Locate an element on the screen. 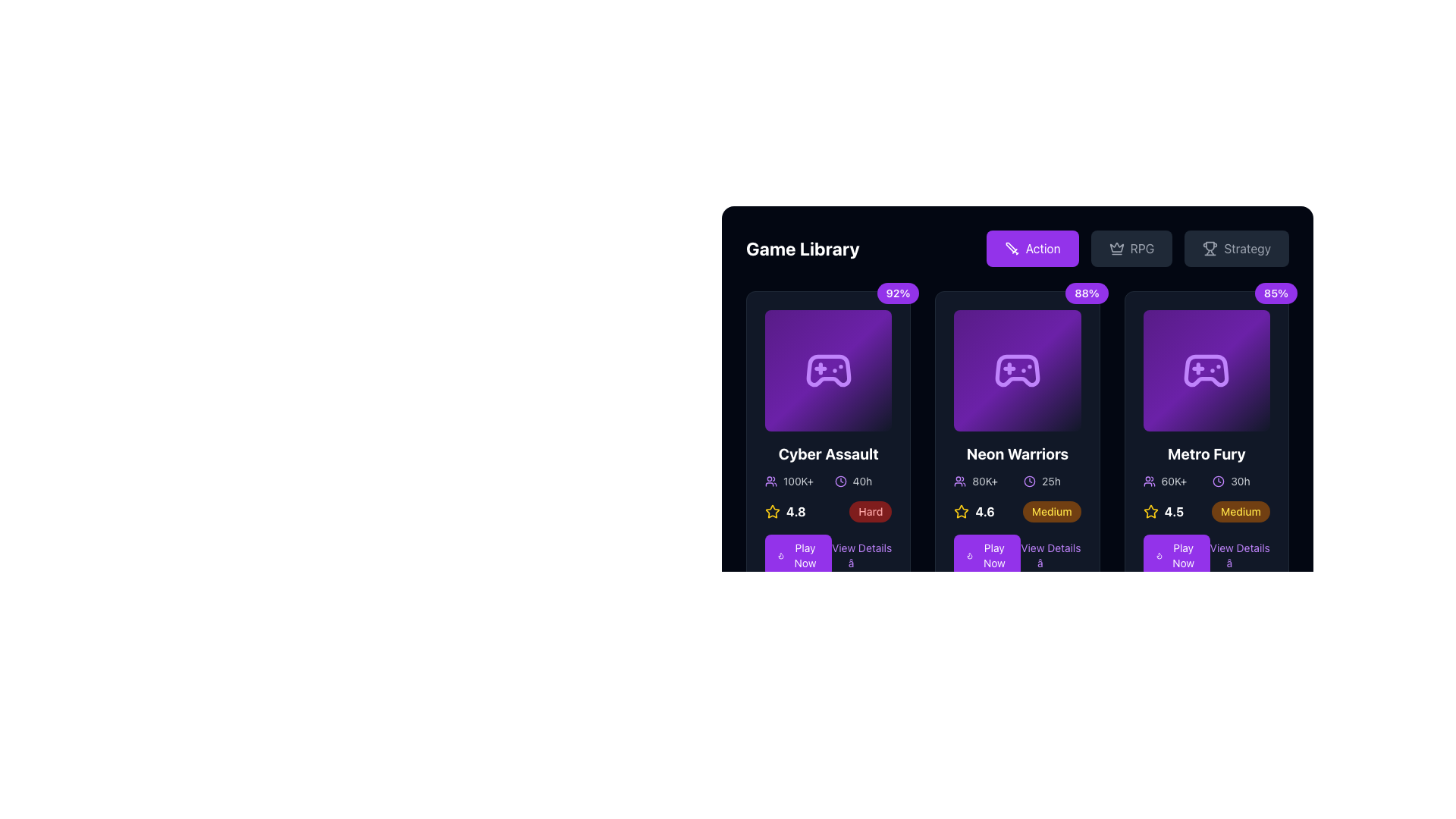  the static label indicating the difficulty level located in the bottom section of the third card, adjacent to the rating value is located at coordinates (1241, 512).